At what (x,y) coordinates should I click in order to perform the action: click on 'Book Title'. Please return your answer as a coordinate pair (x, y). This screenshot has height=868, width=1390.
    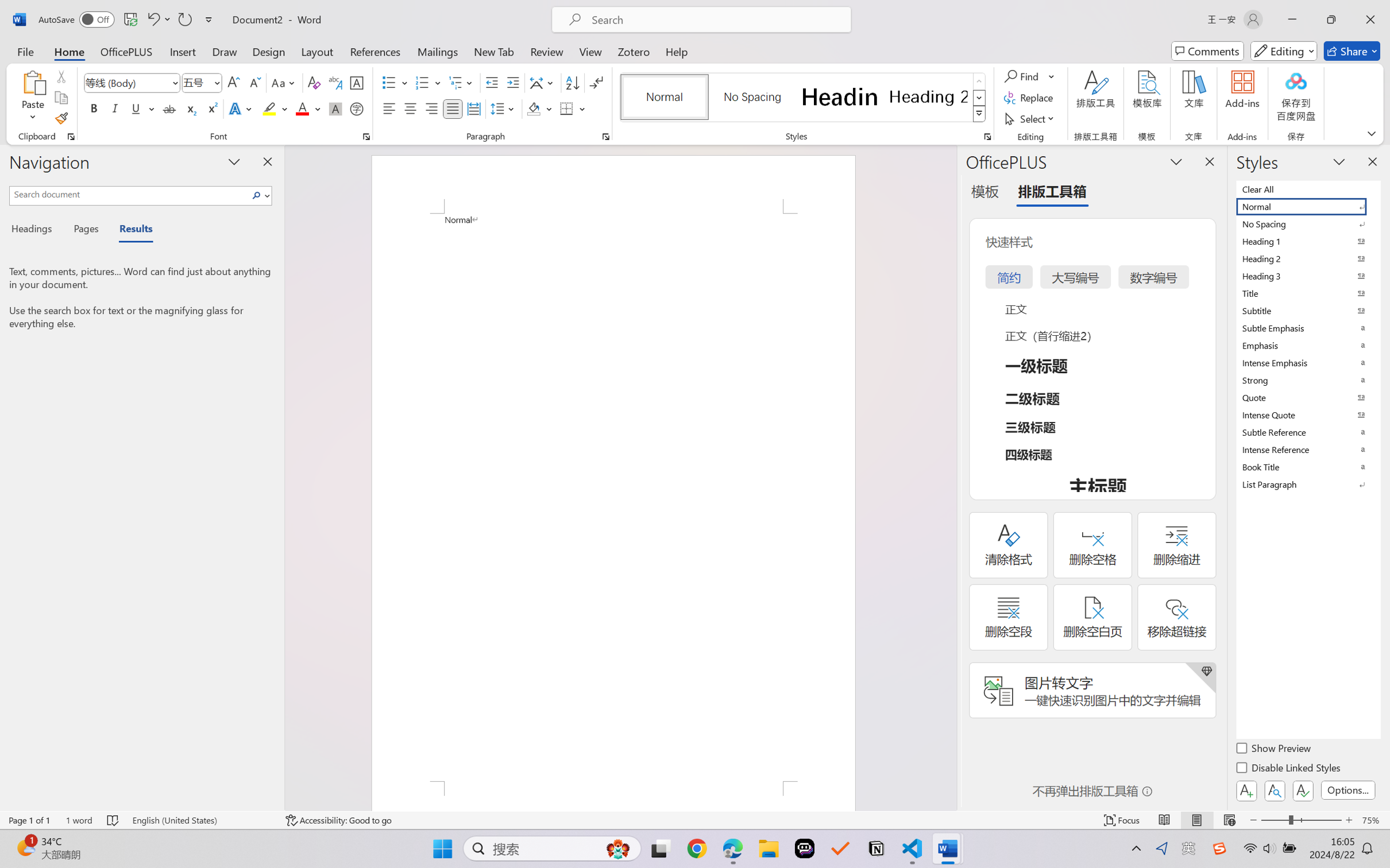
    Looking at the image, I should click on (1307, 467).